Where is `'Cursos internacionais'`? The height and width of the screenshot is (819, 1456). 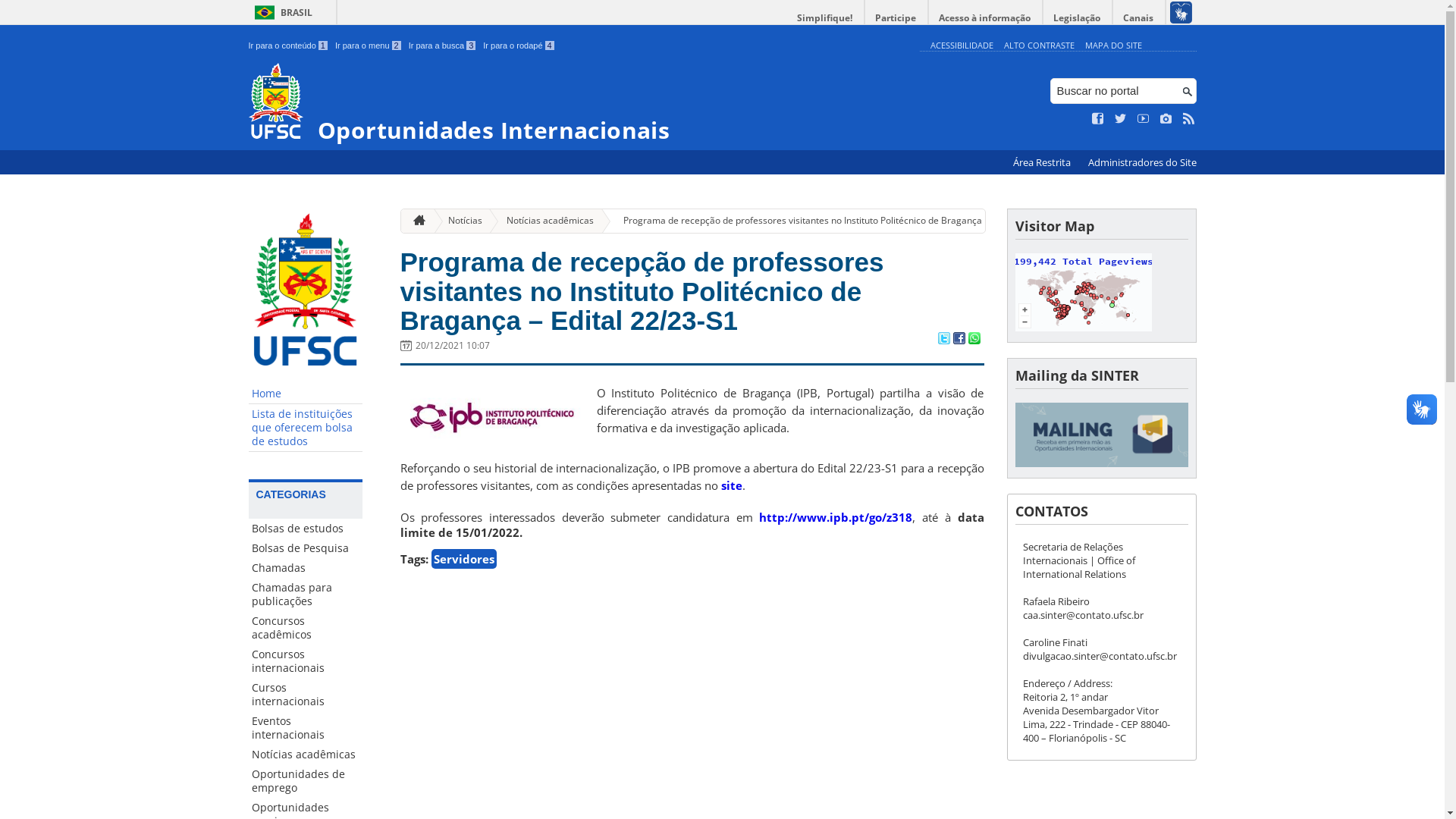 'Cursos internacionais' is located at coordinates (305, 694).